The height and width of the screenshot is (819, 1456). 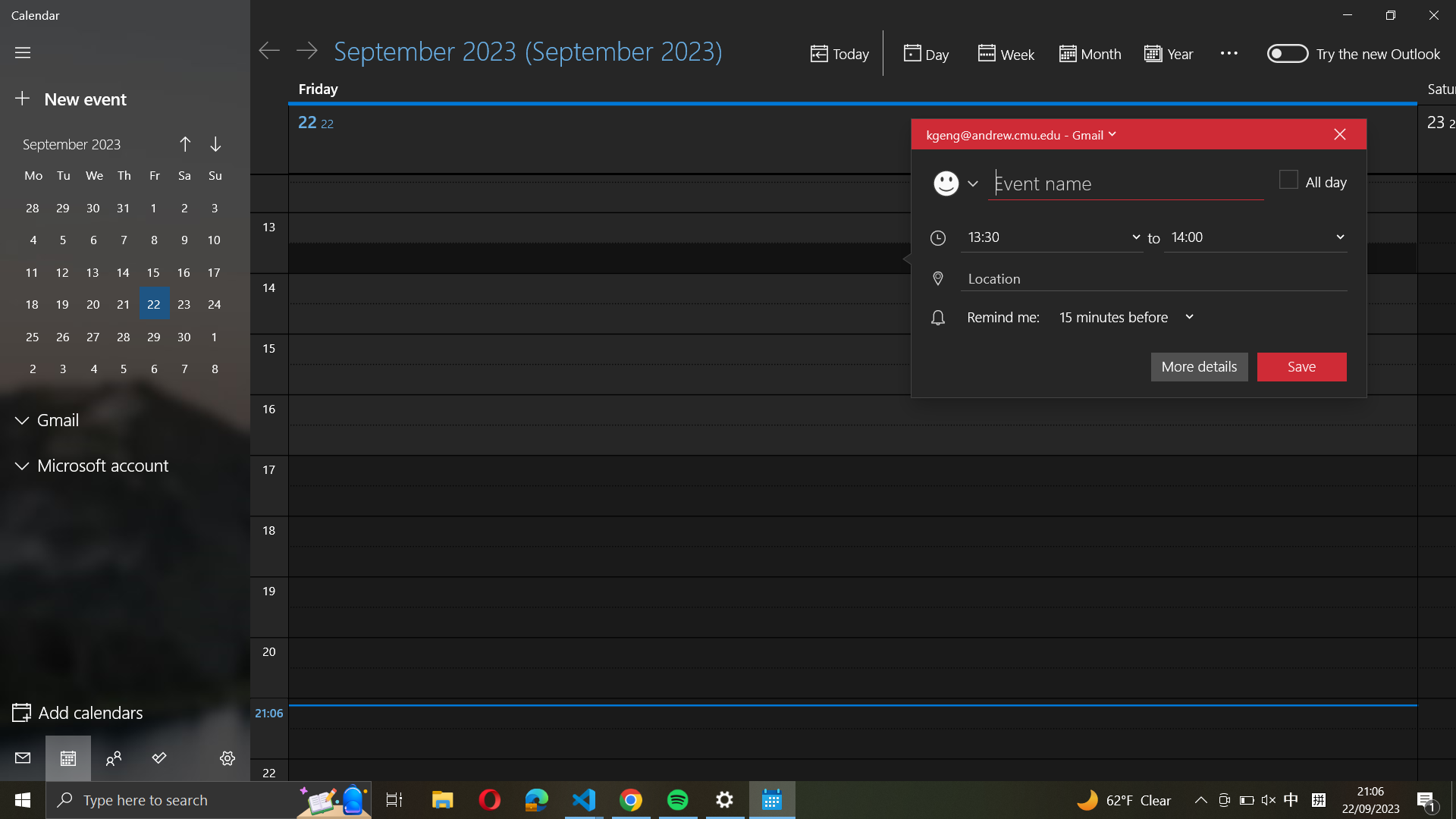 I want to click on Switch to the present date in the calendar, so click(x=838, y=54).